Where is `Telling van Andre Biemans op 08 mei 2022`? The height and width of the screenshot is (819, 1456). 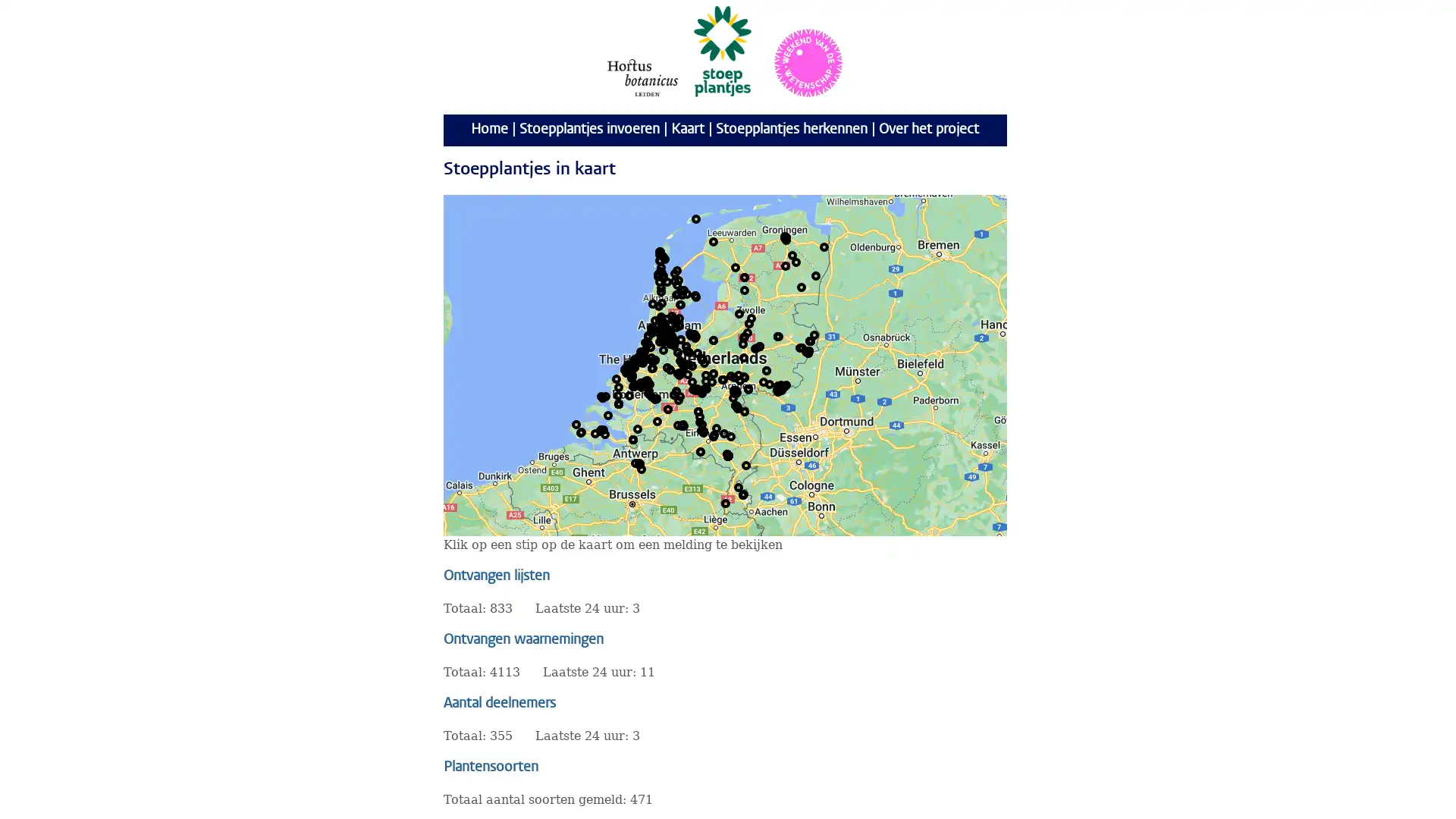
Telling van Andre Biemans op 08 mei 2022 is located at coordinates (640, 357).